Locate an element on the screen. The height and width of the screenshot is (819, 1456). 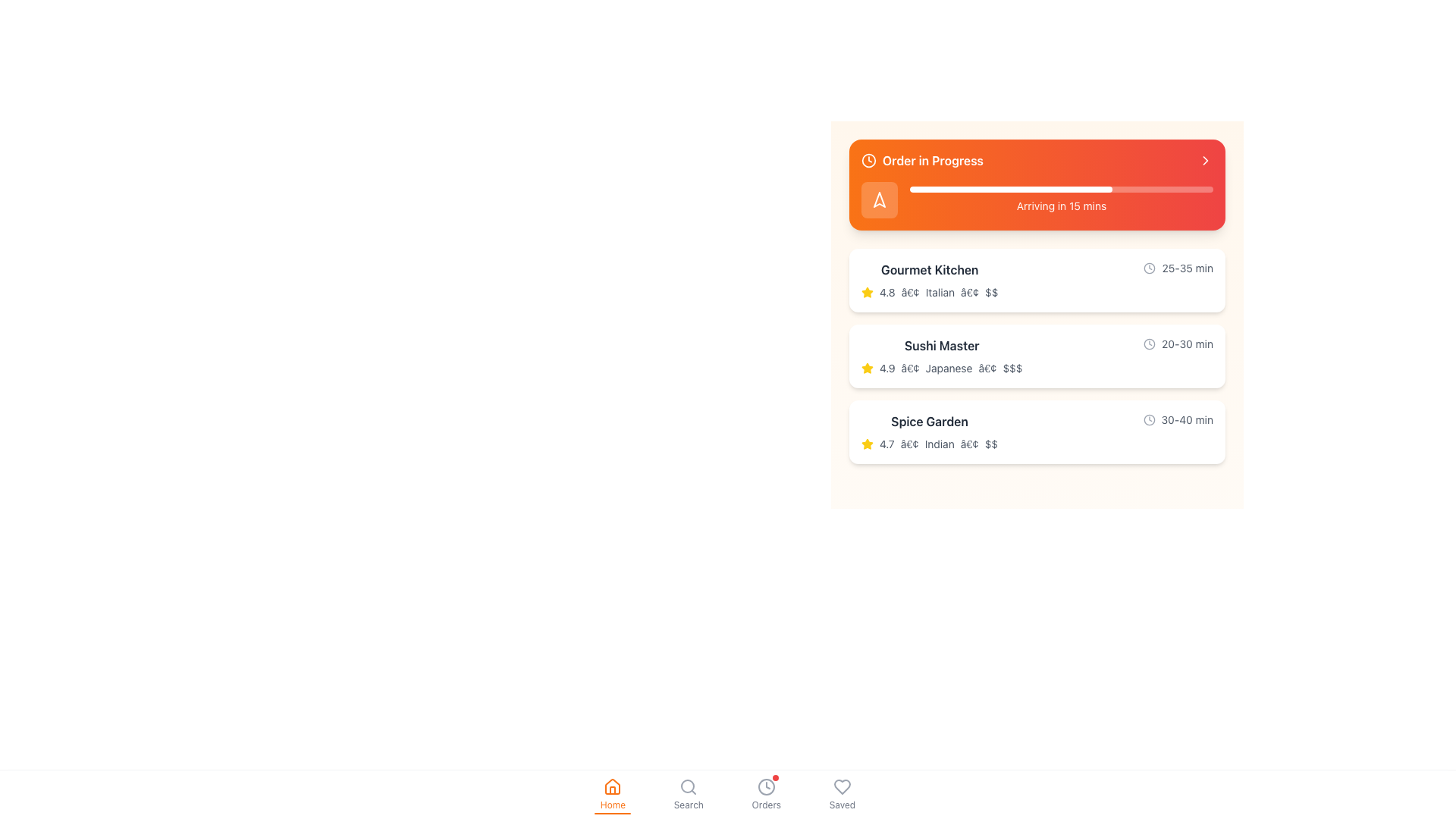
the 'Search' text label in the navigation bar, which is the second option from the left and changes color to orange when hovered over is located at coordinates (688, 804).